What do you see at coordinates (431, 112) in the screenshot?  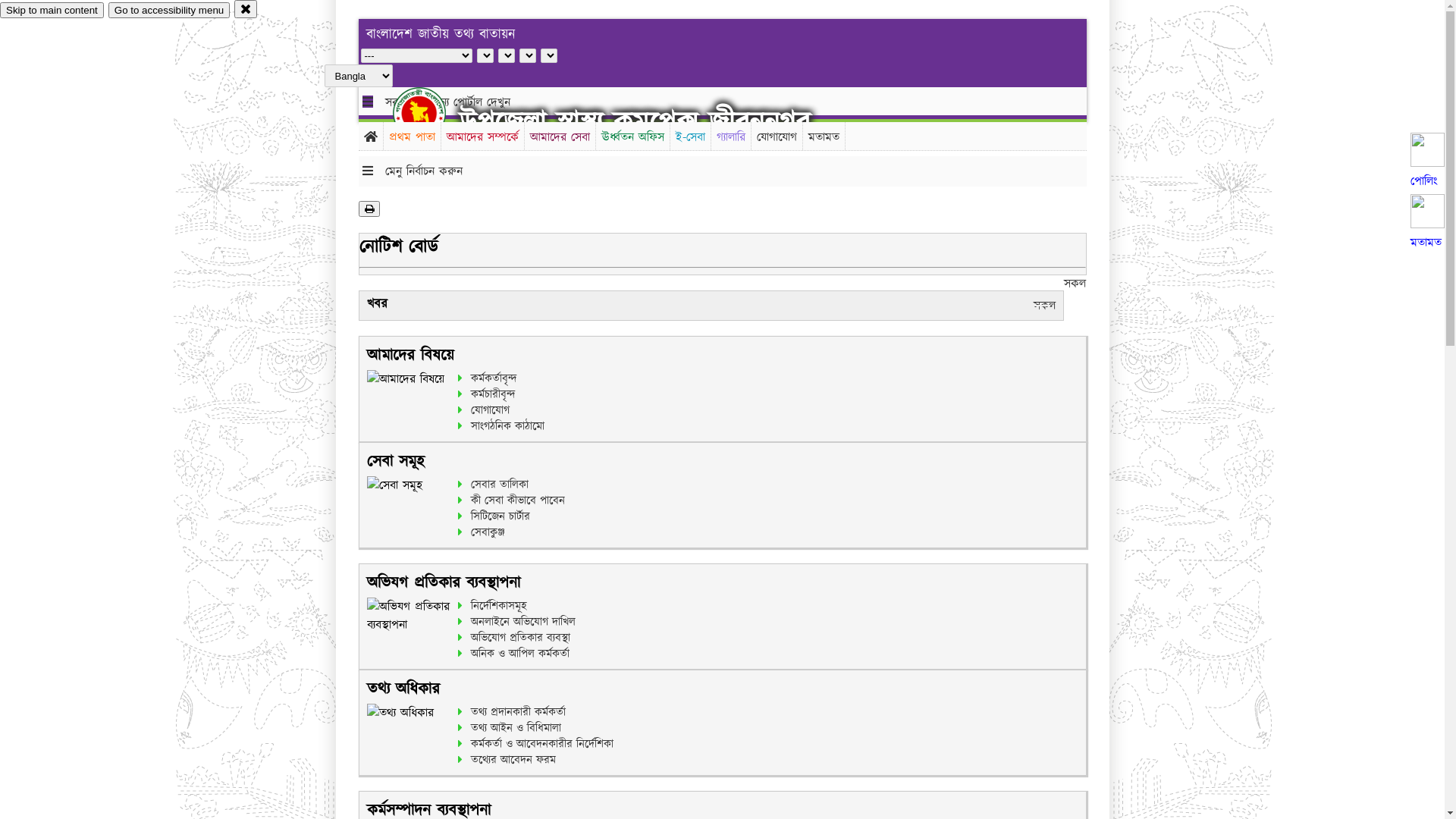 I see `'` at bounding box center [431, 112].